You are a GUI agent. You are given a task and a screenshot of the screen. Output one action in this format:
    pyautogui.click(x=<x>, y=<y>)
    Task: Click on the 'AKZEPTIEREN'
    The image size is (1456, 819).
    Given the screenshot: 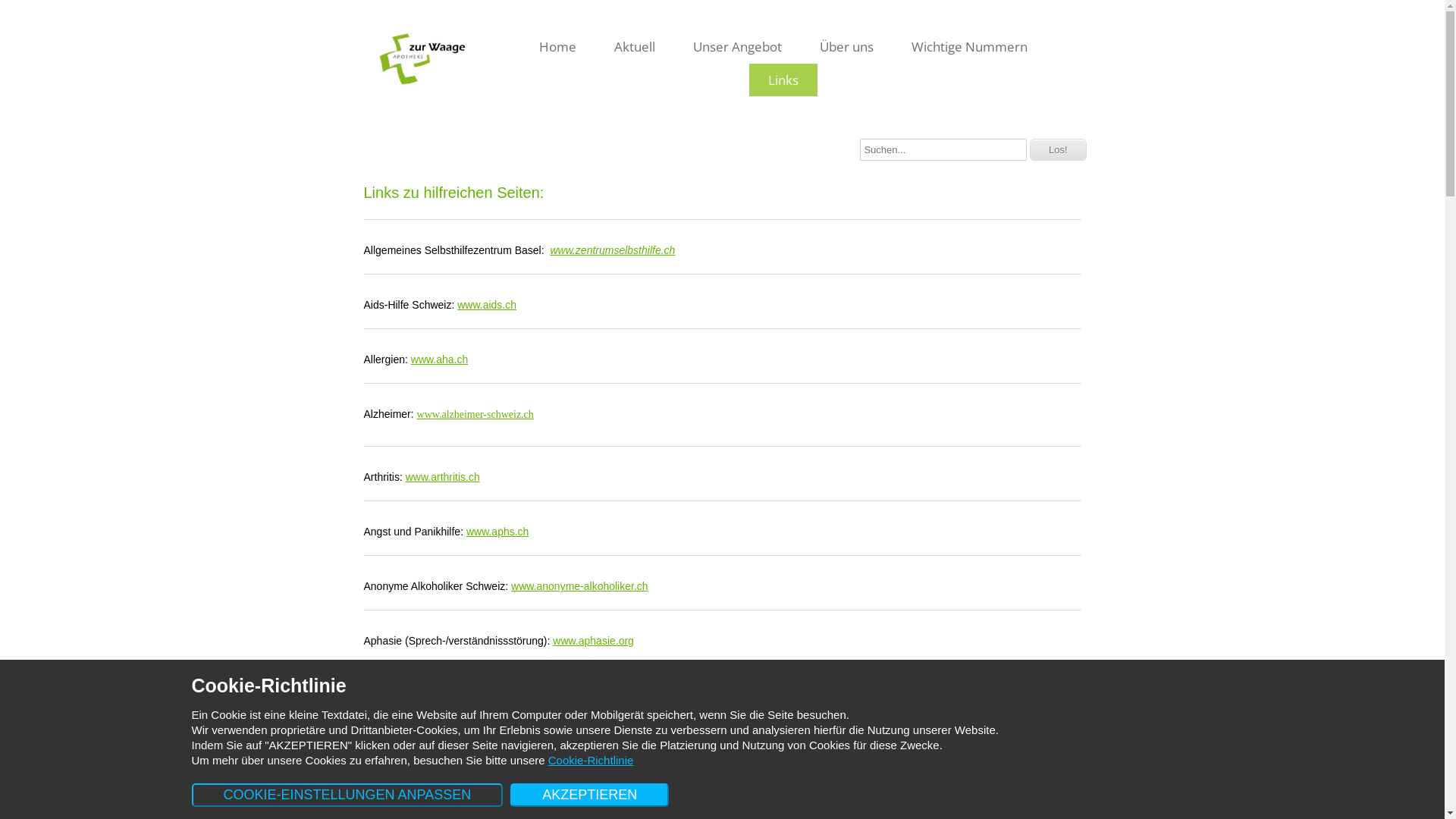 What is the action you would take?
    pyautogui.click(x=510, y=794)
    